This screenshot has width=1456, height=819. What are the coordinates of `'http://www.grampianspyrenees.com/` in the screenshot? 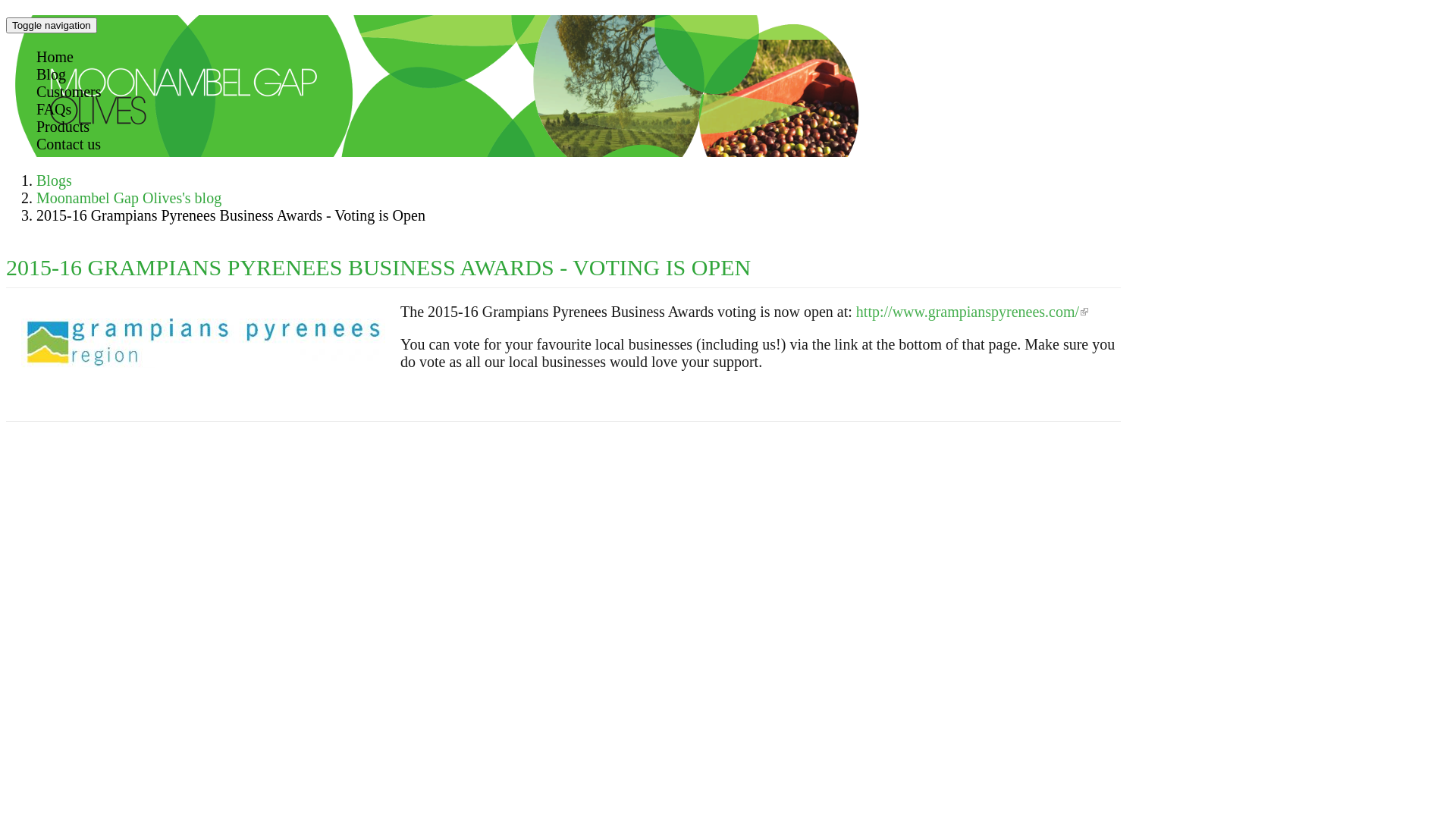 It's located at (971, 311).